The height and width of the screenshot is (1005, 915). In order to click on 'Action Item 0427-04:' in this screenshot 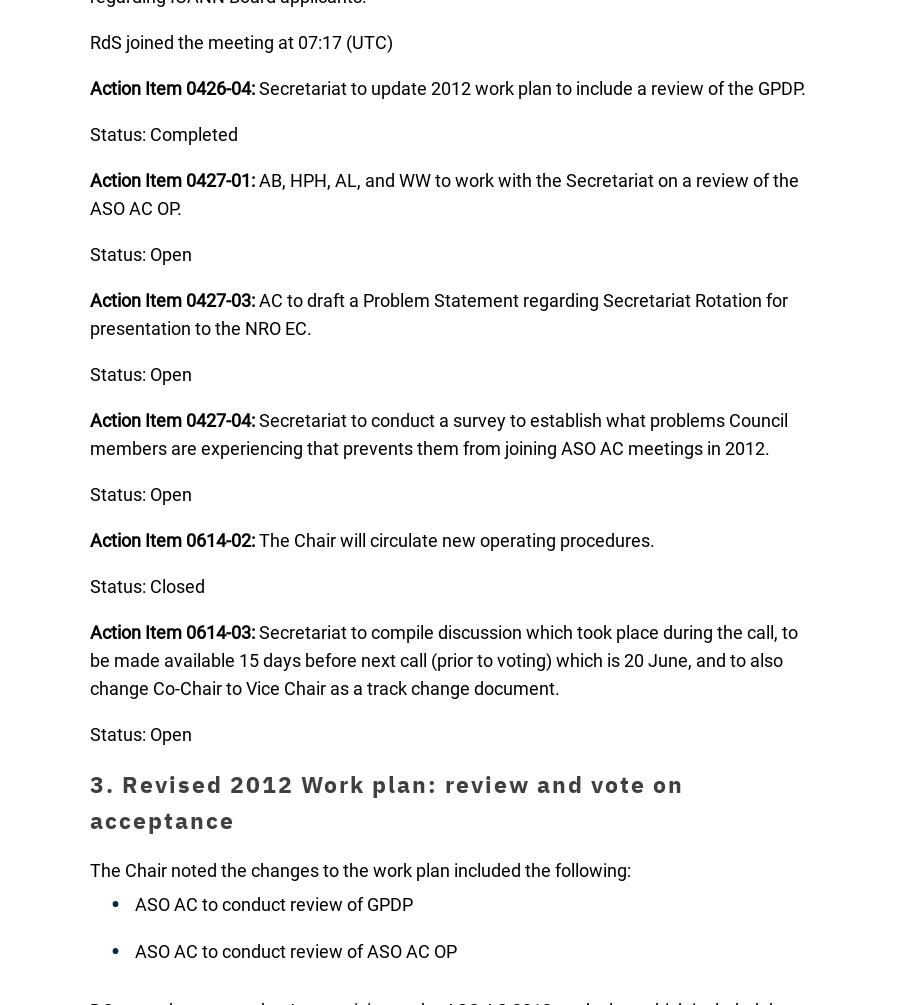, I will do `click(171, 420)`.